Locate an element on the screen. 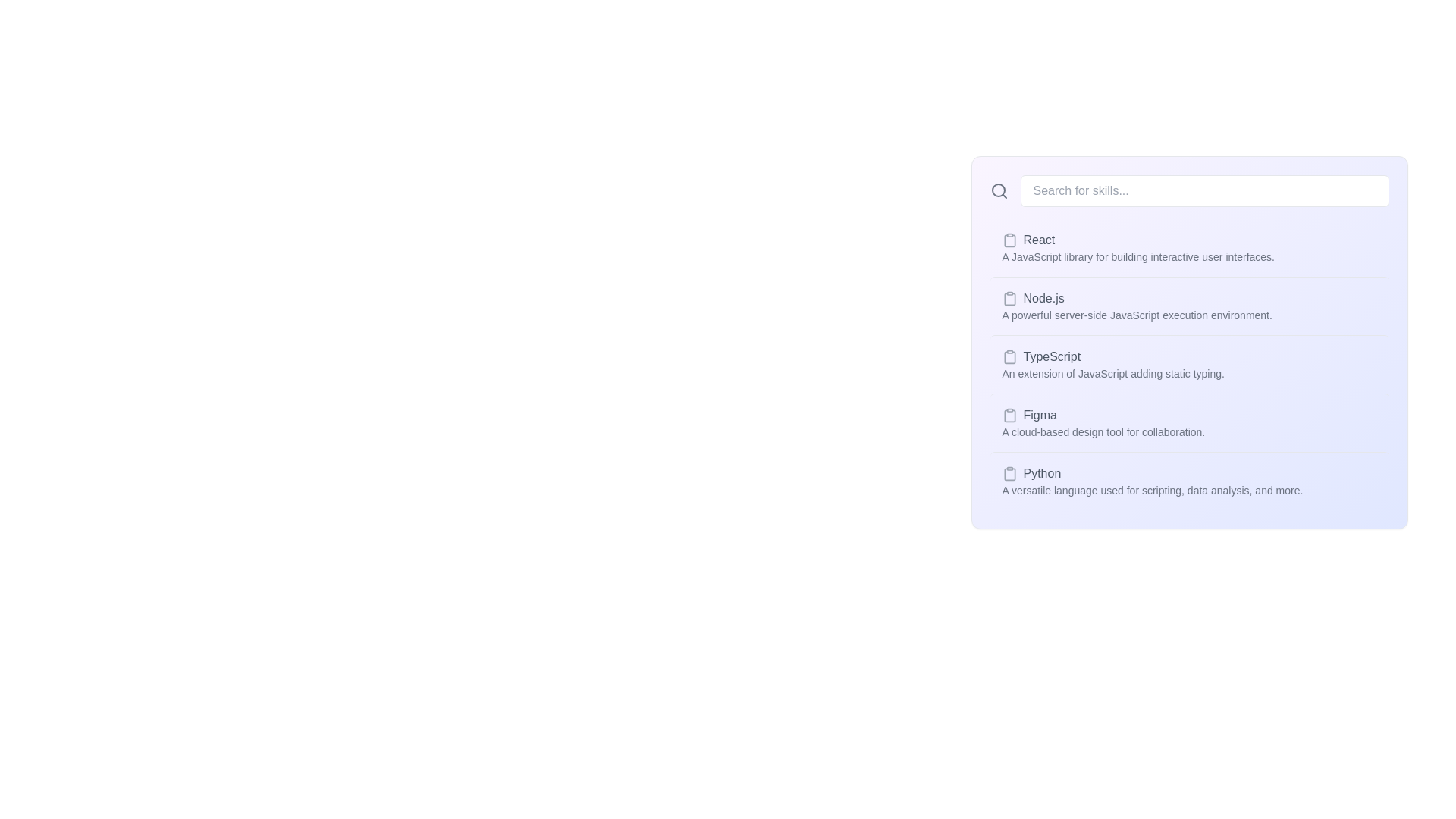  the lower section of the icon graphic that marks the entry in the 'Python' list on the right pane of the interface is located at coordinates (1009, 473).